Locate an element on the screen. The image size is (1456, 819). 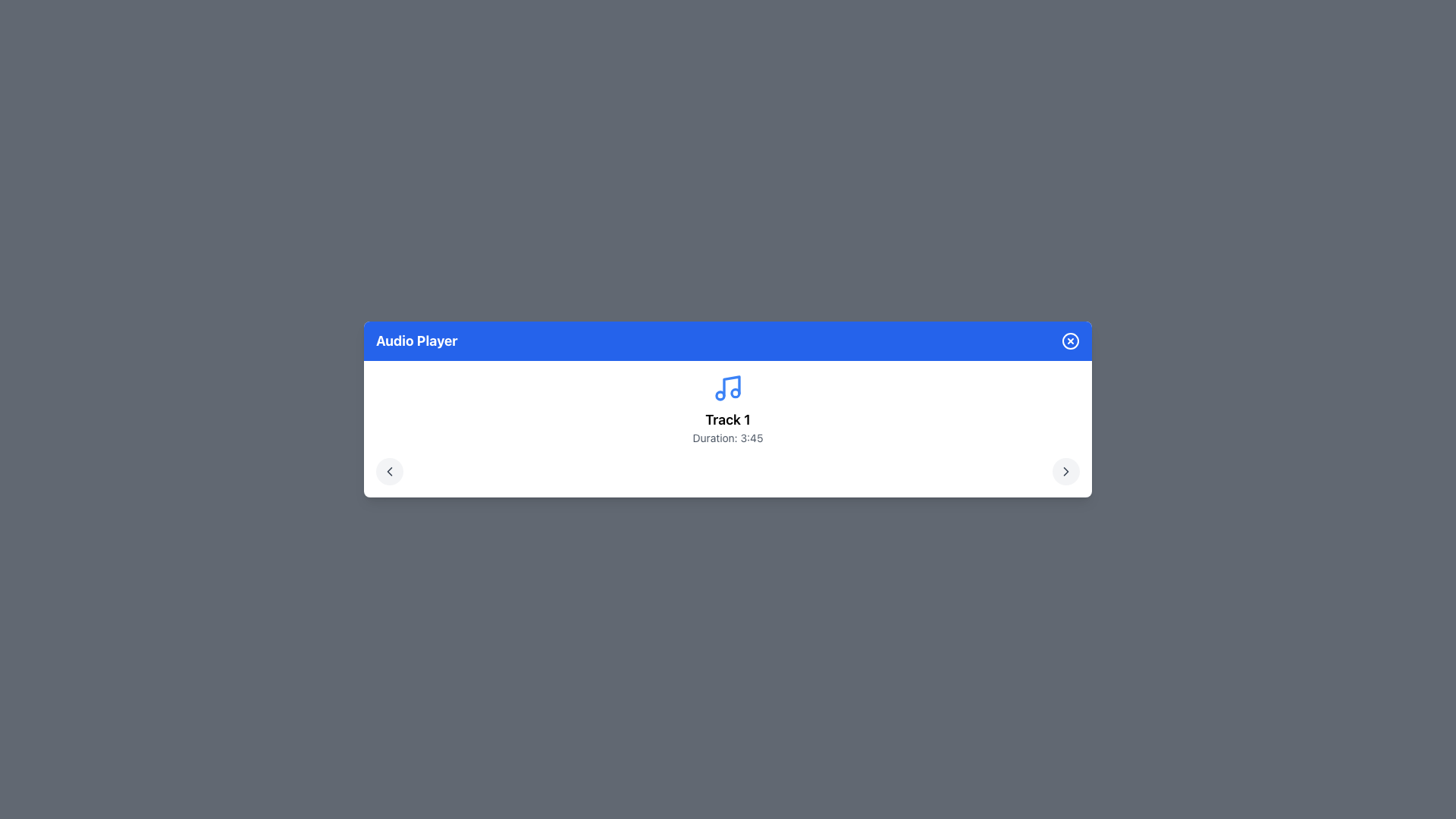
the small circular icon element located inside the larger music icon, positioned on the upper-right area and partially overlapping the note body is located at coordinates (735, 391).